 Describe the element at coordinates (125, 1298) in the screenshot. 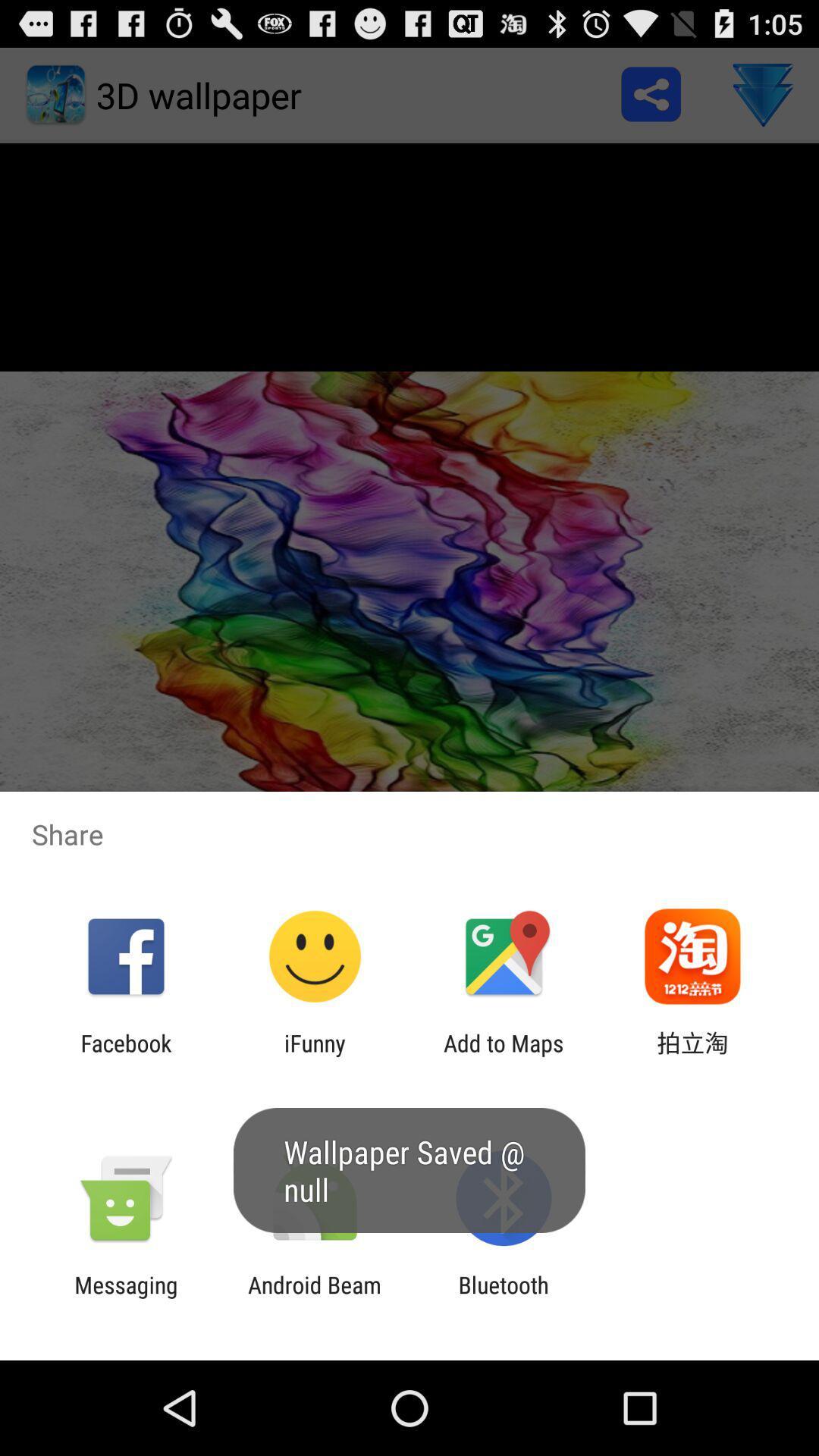

I see `messaging icon` at that location.